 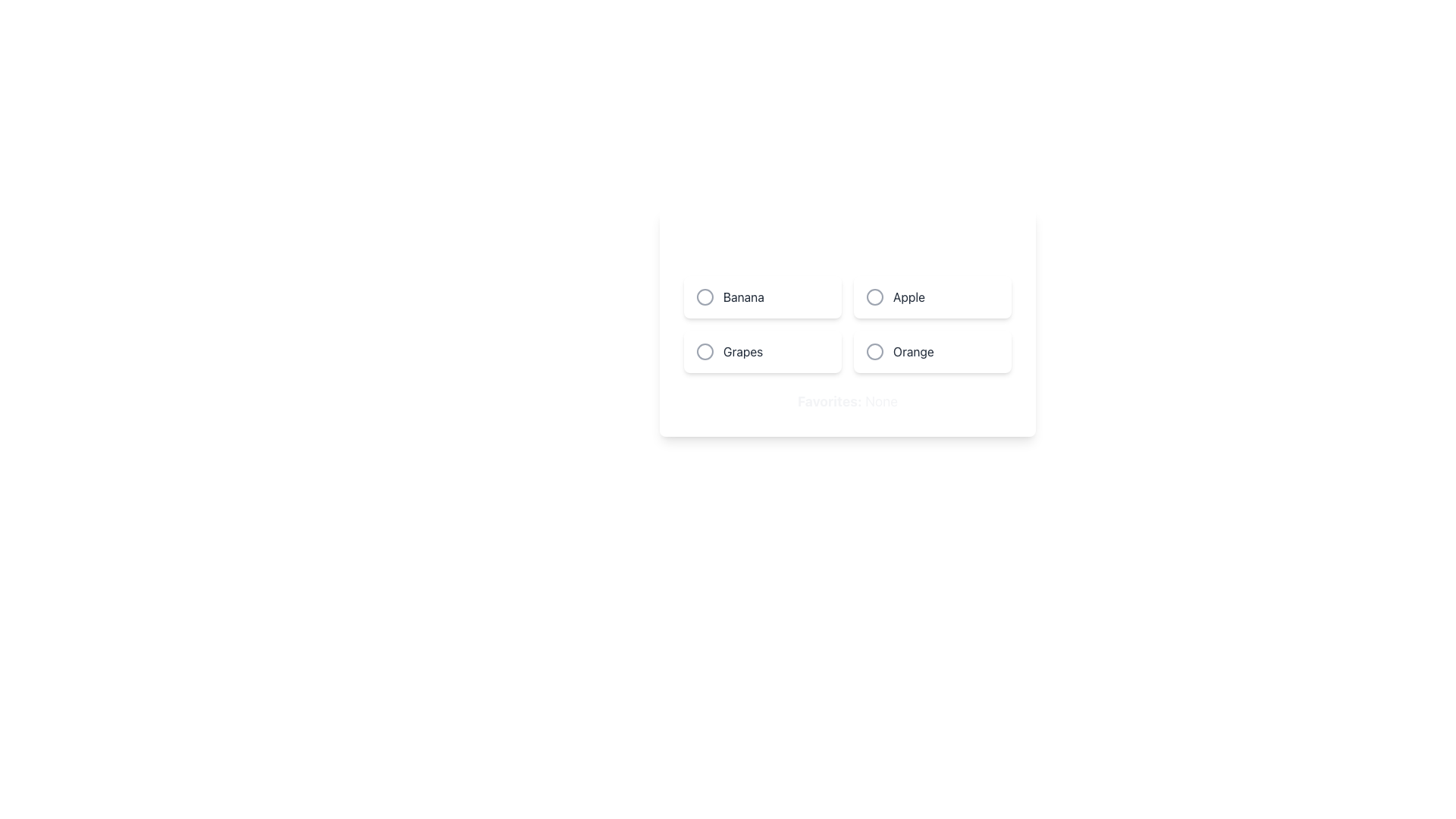 What do you see at coordinates (743, 351) in the screenshot?
I see `text label 'Grapes' which is located to the right of the circular icon in the lower-left corner of the options grid` at bounding box center [743, 351].